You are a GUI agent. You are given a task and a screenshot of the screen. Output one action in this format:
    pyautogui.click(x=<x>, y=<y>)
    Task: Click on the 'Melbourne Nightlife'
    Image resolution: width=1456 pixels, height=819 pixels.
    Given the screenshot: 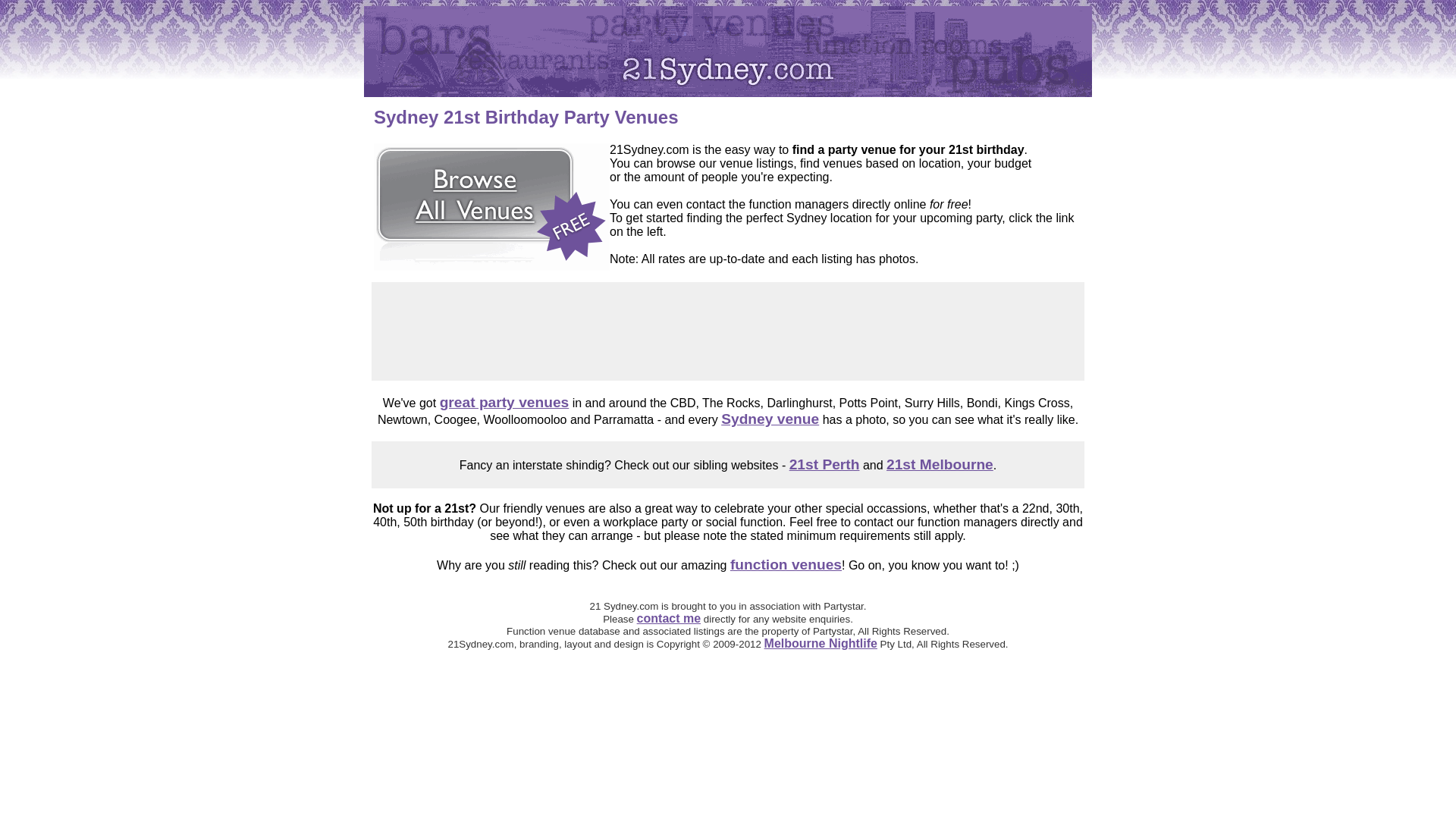 What is the action you would take?
    pyautogui.click(x=764, y=643)
    